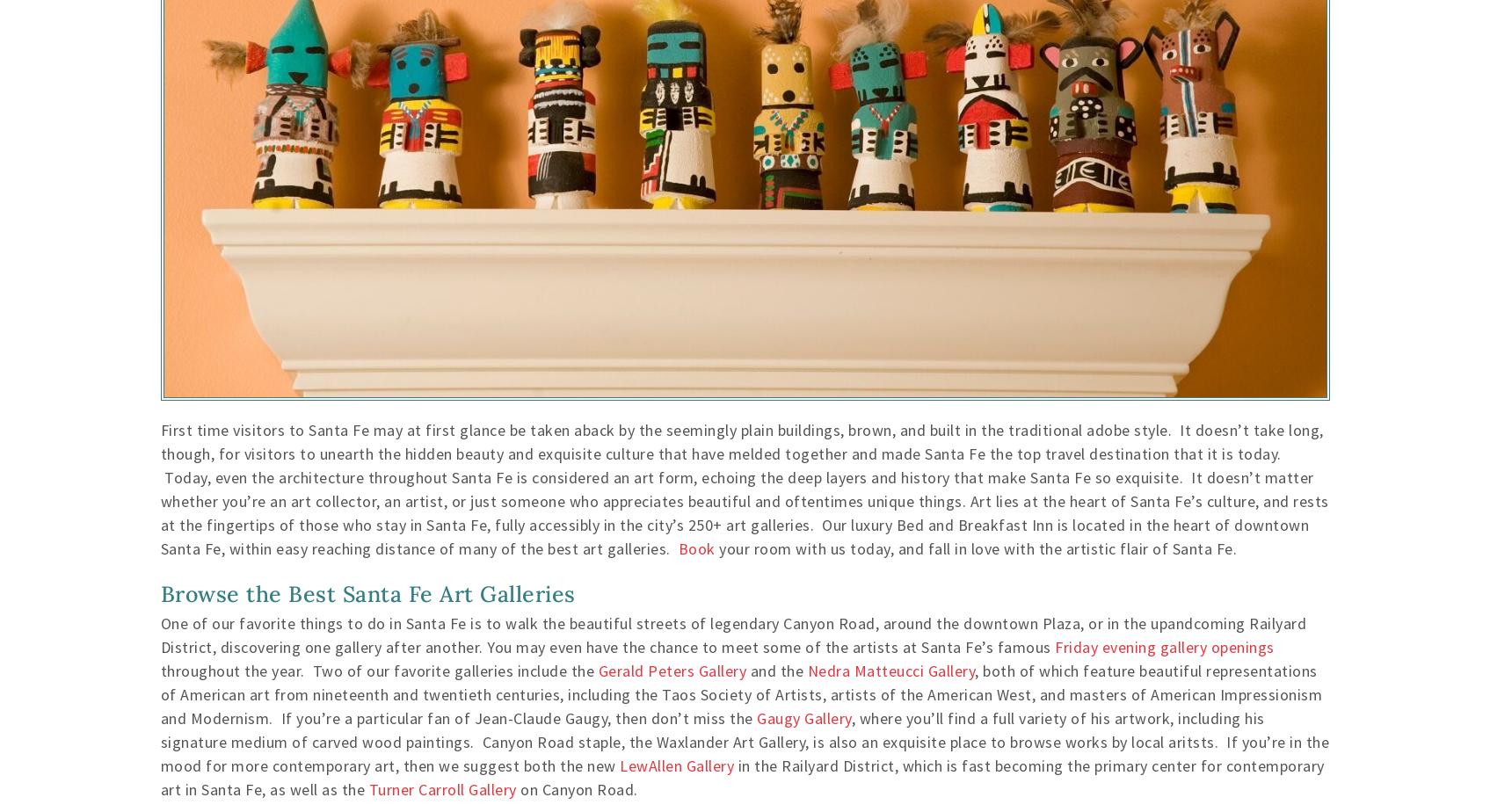  I want to click on 'Nedra Matteucci Gallery', so click(890, 670).